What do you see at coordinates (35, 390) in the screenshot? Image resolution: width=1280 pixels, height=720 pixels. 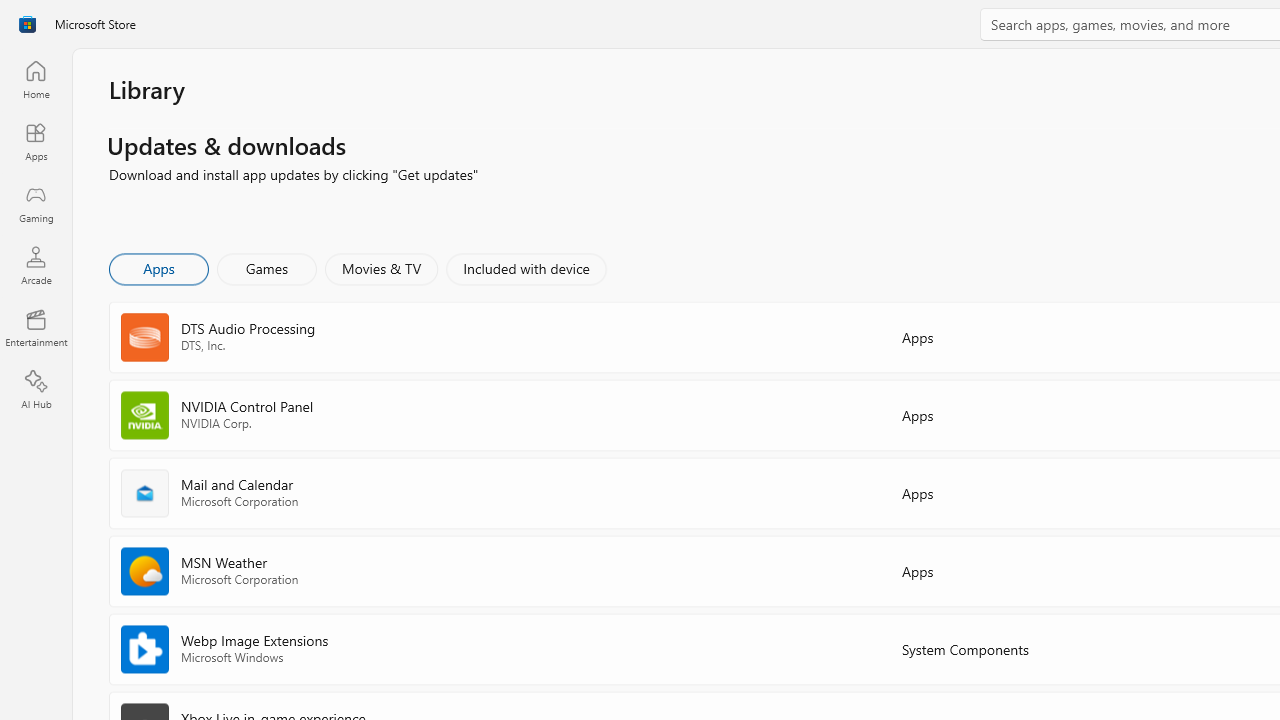 I see `'AI Hub'` at bounding box center [35, 390].